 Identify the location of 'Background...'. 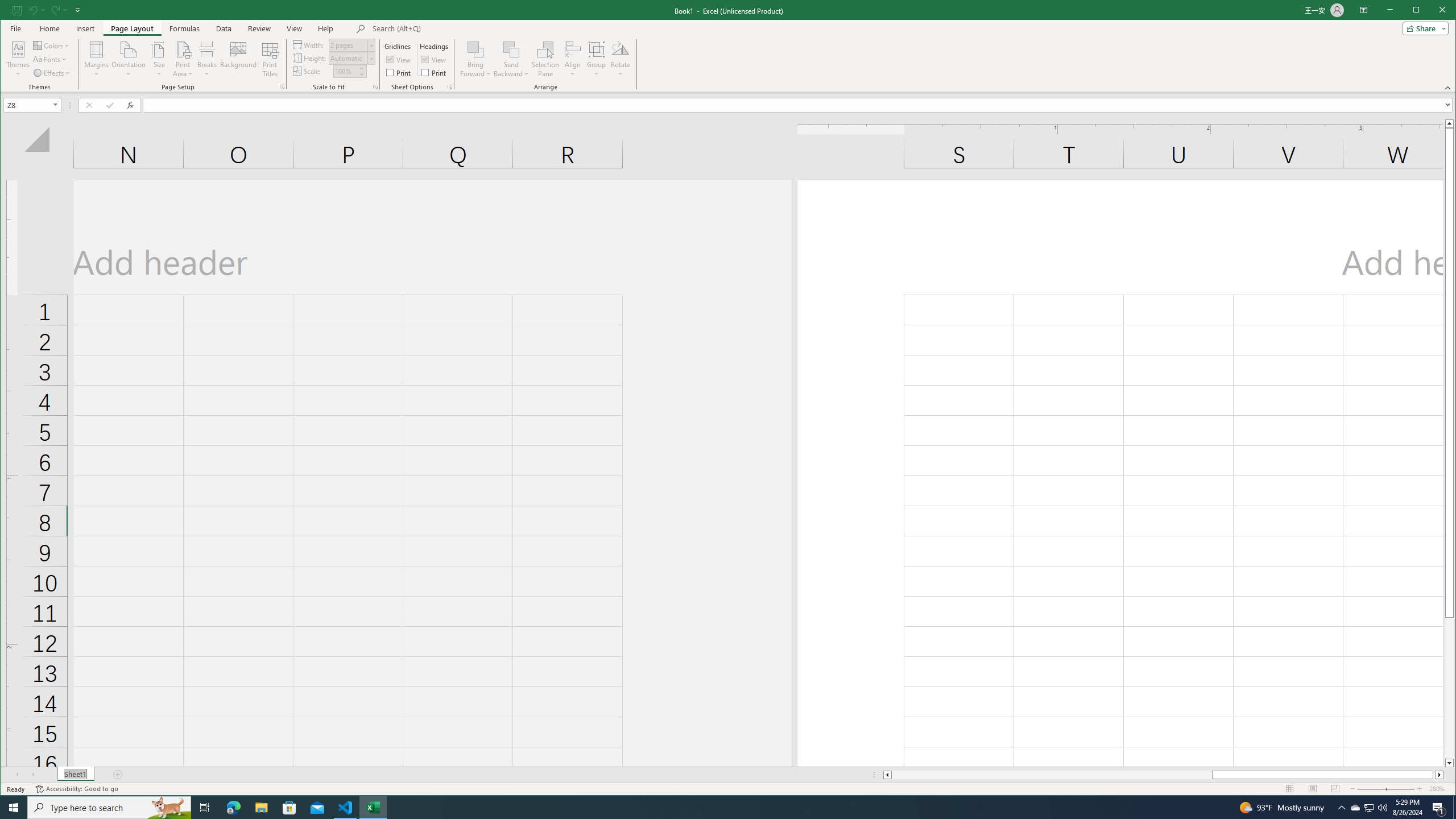
(237, 59).